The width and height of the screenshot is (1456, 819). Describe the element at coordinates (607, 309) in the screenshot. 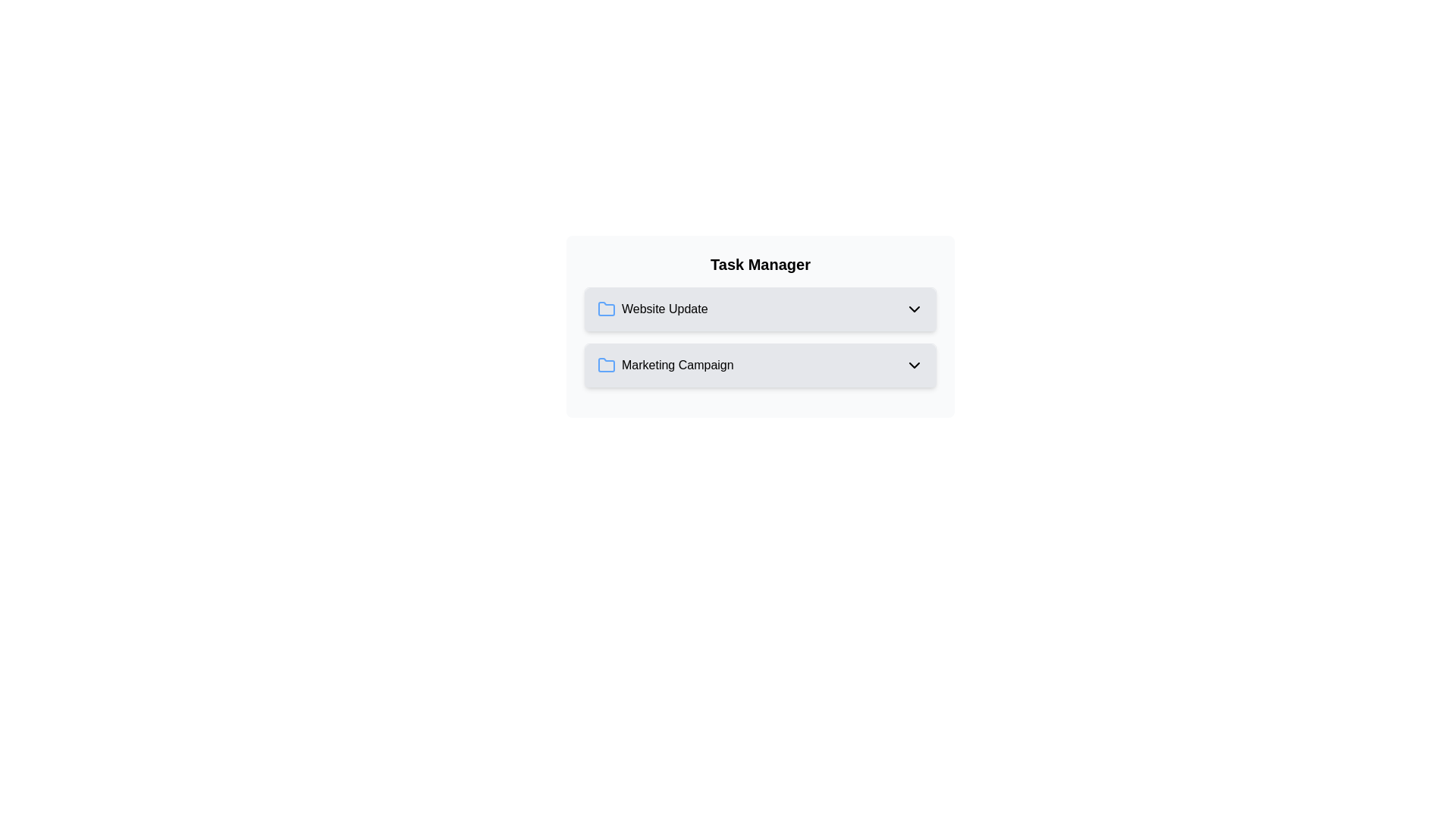

I see `the folder icon for the 'Website Update' task` at that location.